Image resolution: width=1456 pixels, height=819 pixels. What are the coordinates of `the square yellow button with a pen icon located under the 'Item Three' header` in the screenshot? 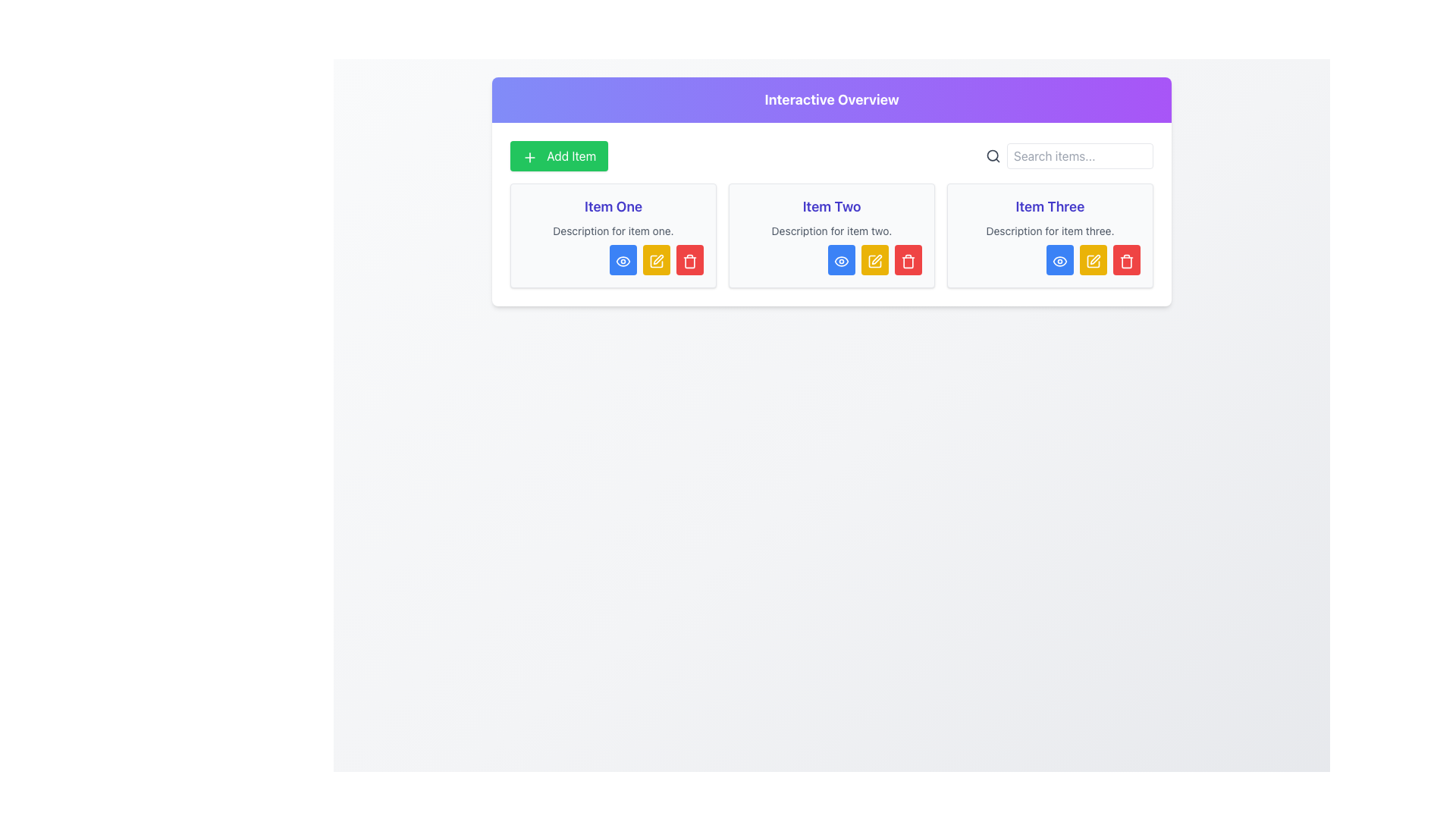 It's located at (1093, 259).